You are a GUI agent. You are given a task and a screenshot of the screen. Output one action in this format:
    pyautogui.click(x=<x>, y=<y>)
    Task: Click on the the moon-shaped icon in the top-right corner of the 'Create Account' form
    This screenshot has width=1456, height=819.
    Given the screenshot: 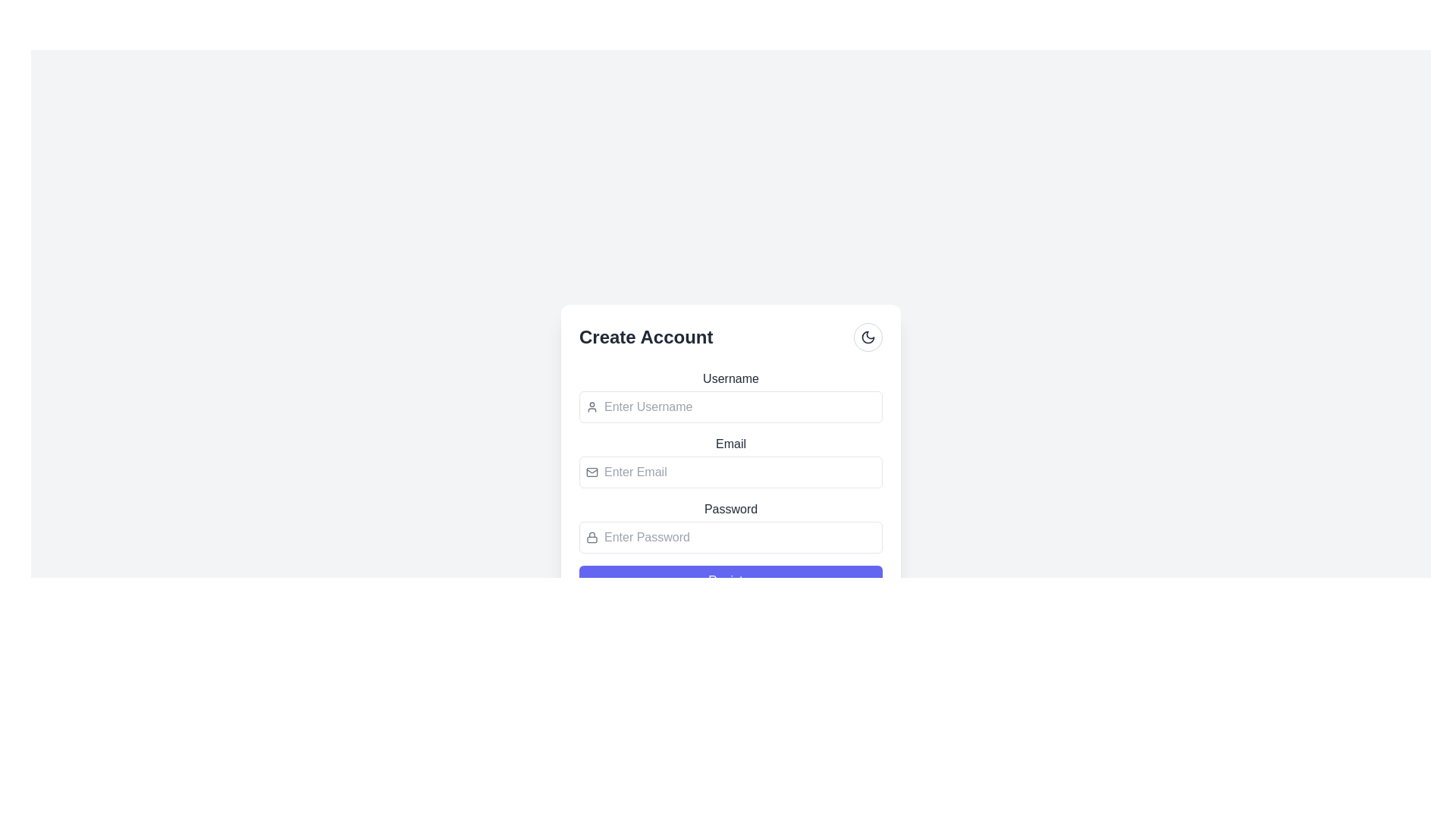 What is the action you would take?
    pyautogui.click(x=868, y=336)
    